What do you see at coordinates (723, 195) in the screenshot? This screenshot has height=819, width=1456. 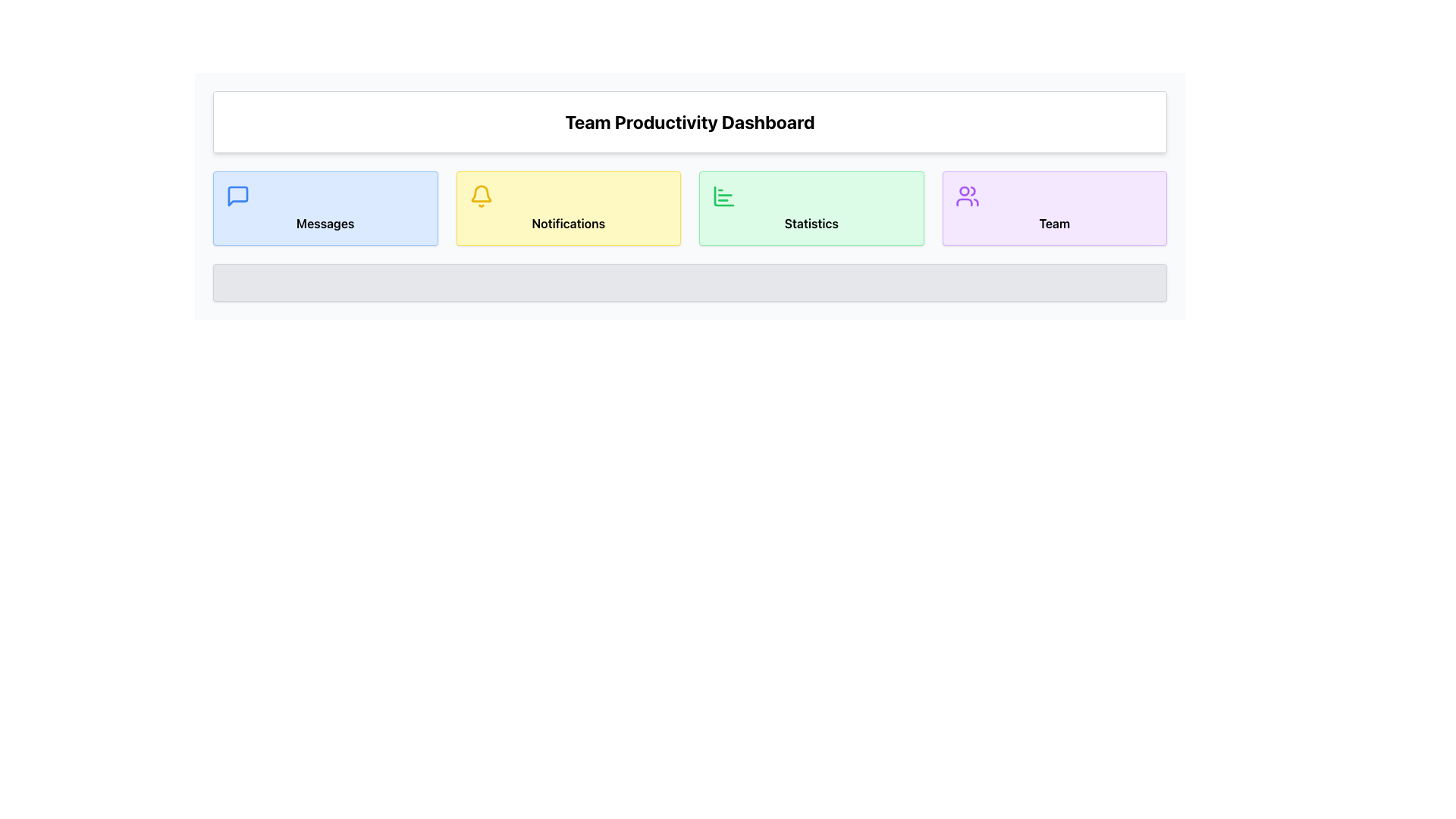 I see `the 'Statistics' card, which is the third card from the left in the second row, represented by a light green color and containing the data analysis icon` at bounding box center [723, 195].